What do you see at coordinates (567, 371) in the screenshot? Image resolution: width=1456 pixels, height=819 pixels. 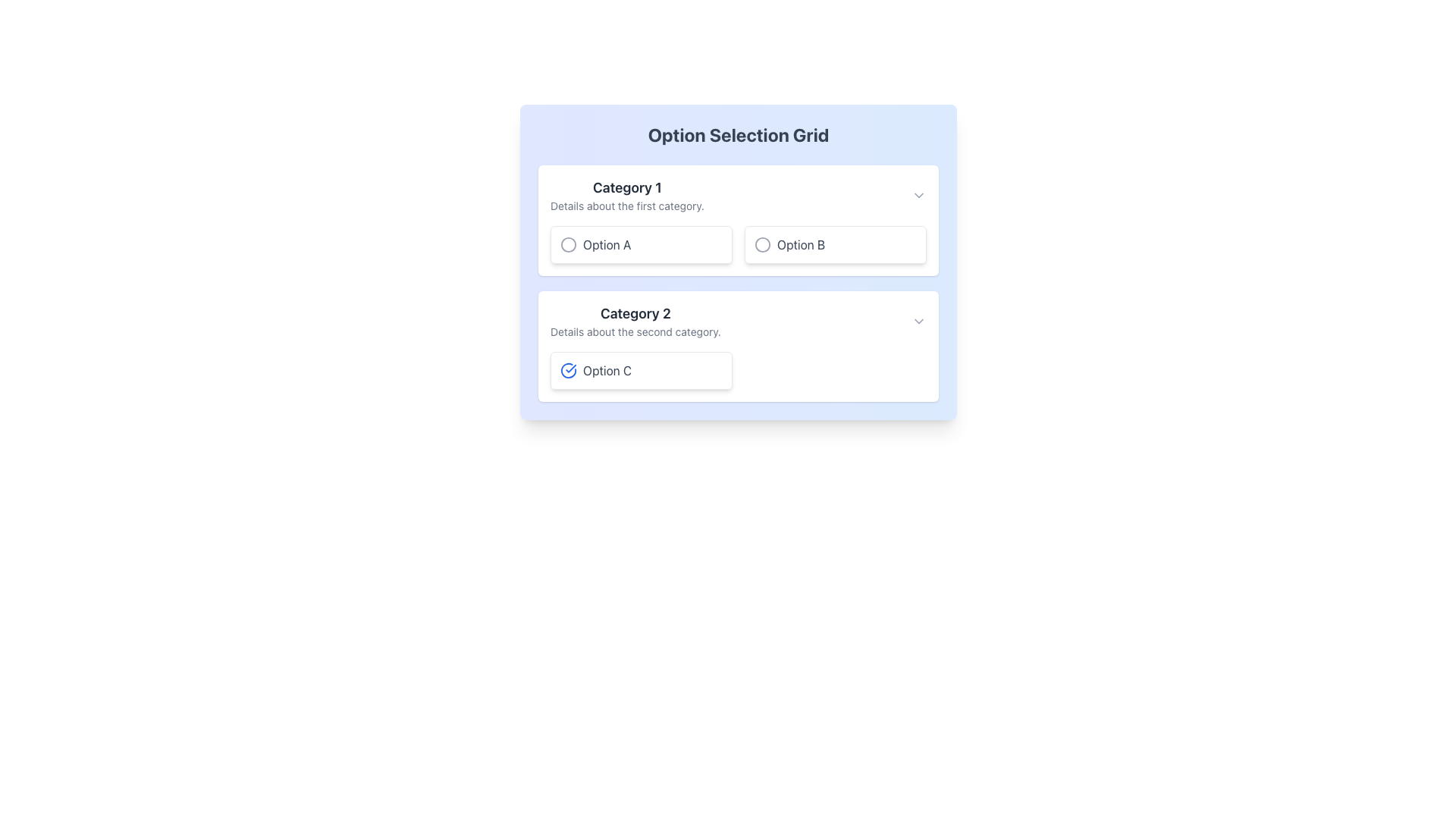 I see `the selection status icon indicating that 'Option C' is selected, located inside the 'Option C' block in the Category 2 section, to the left of the text label 'Option C'` at bounding box center [567, 371].